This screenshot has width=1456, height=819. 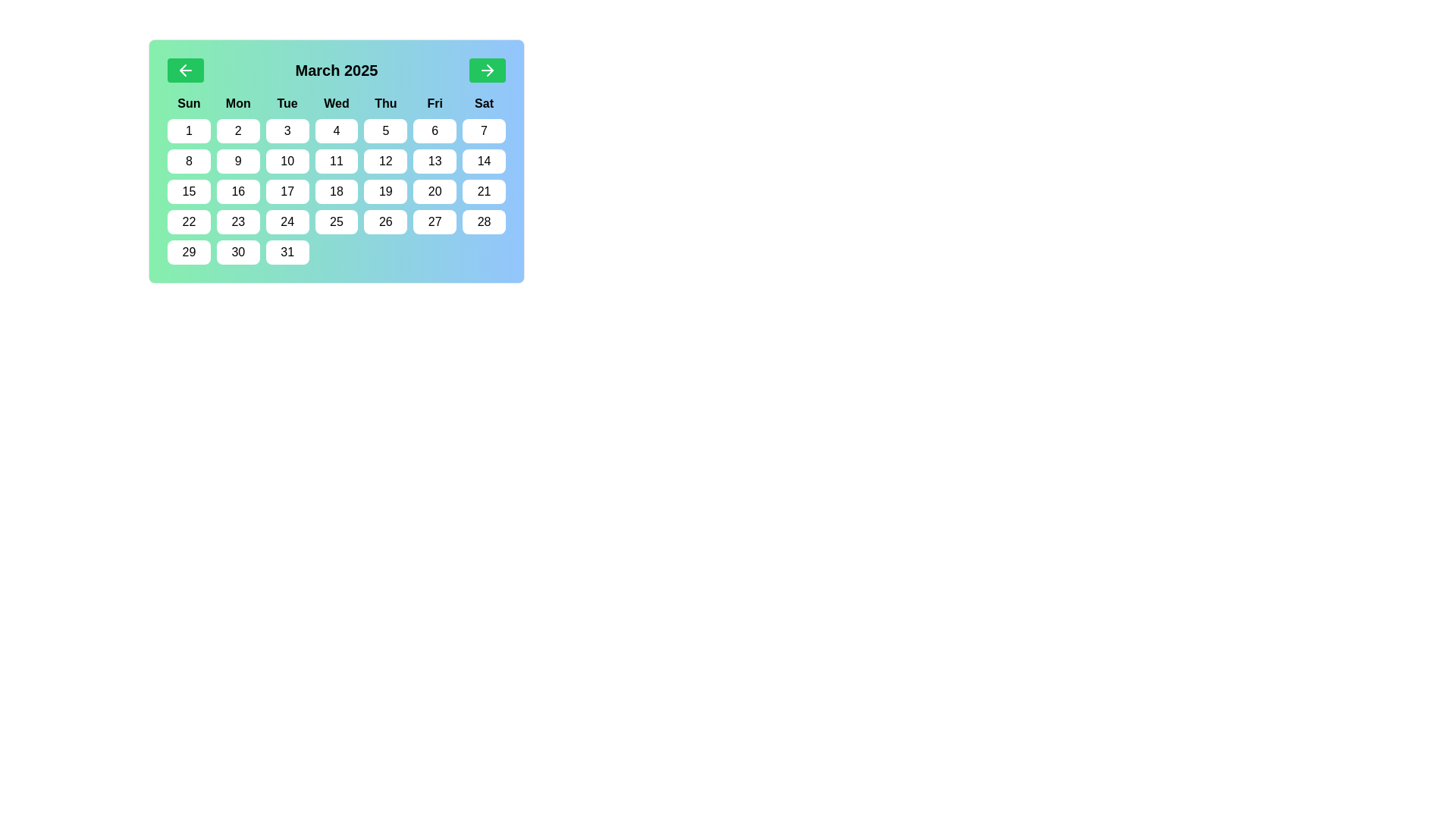 What do you see at coordinates (237, 191) in the screenshot?
I see `the button representing the date '16' in the March 2025 calendar` at bounding box center [237, 191].